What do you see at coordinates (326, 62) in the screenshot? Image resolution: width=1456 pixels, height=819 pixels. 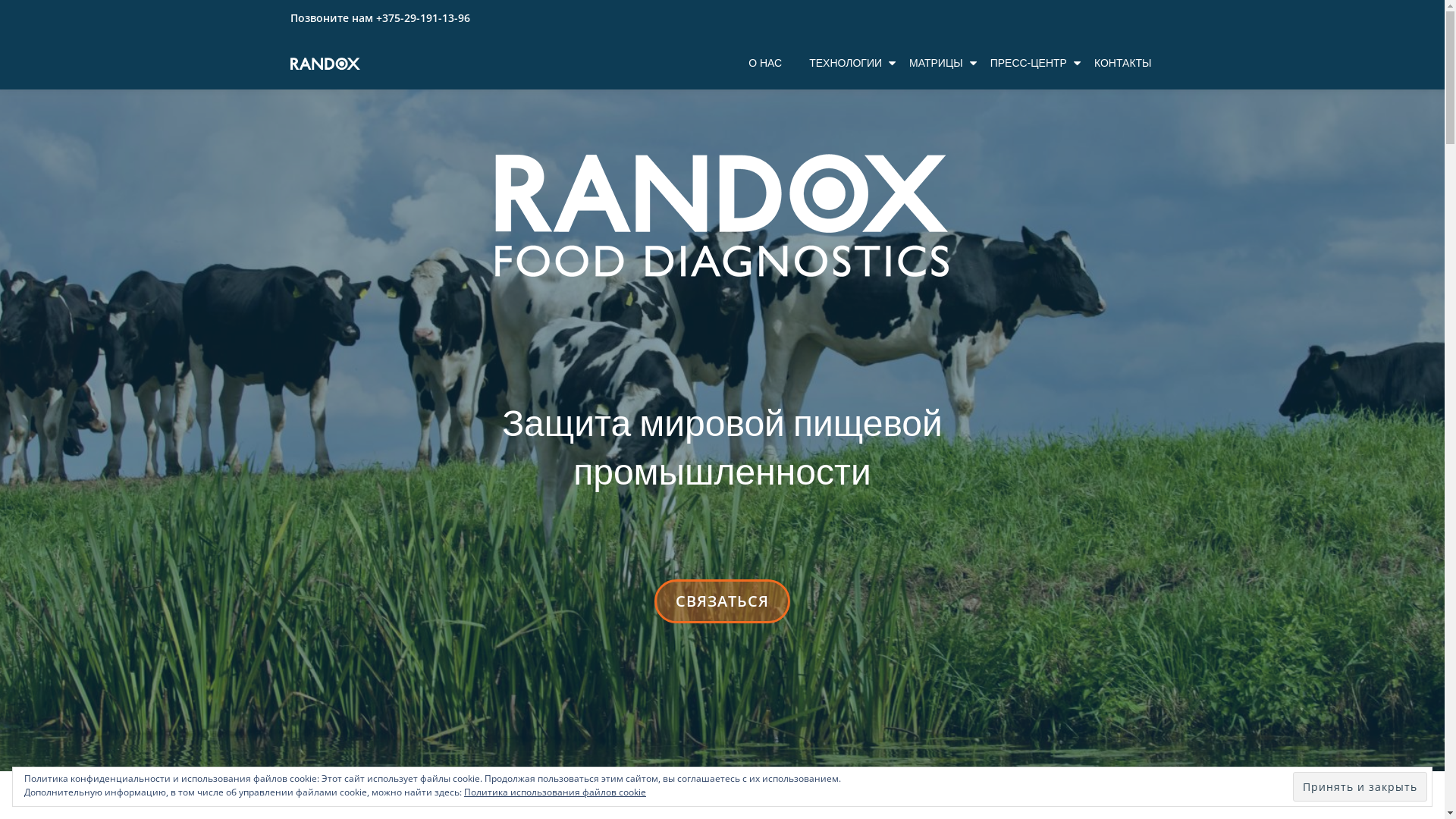 I see `'Randox Food Diagnostics'` at bounding box center [326, 62].